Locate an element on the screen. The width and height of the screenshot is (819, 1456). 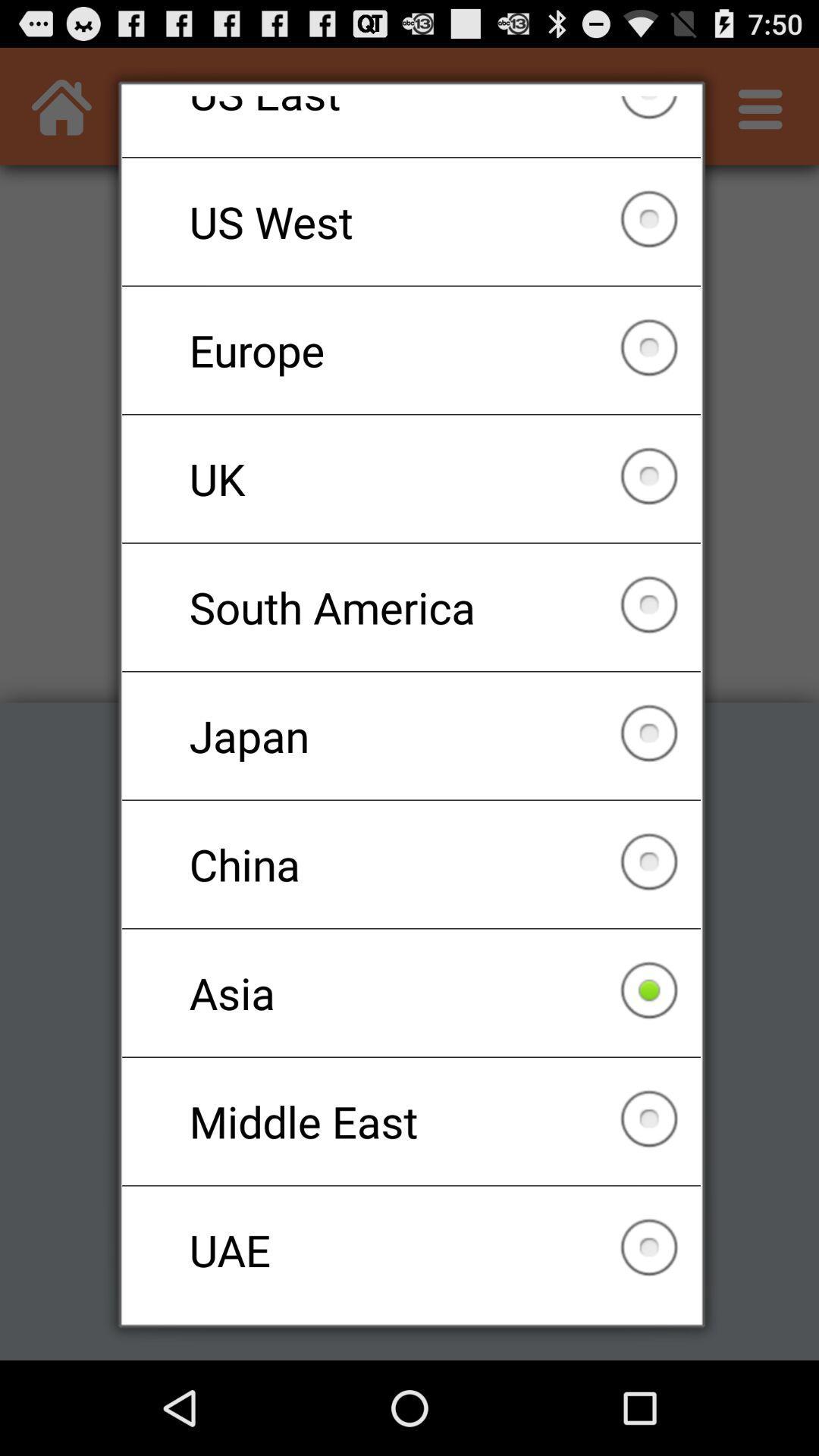
the     south america item is located at coordinates (411, 607).